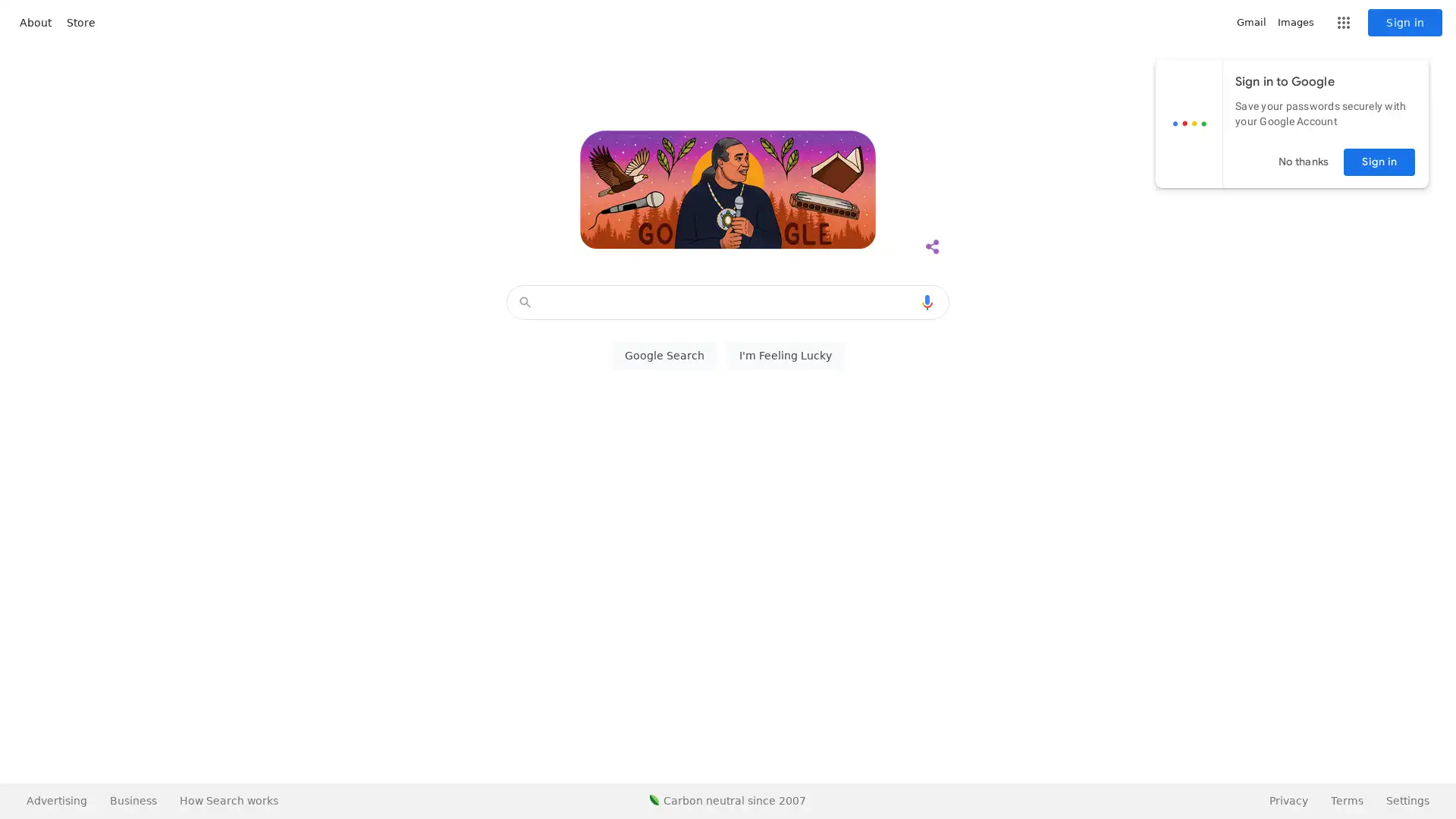 This screenshot has height=819, width=1456. What do you see at coordinates (785, 356) in the screenshot?
I see `I'm Feeling Lucky` at bounding box center [785, 356].